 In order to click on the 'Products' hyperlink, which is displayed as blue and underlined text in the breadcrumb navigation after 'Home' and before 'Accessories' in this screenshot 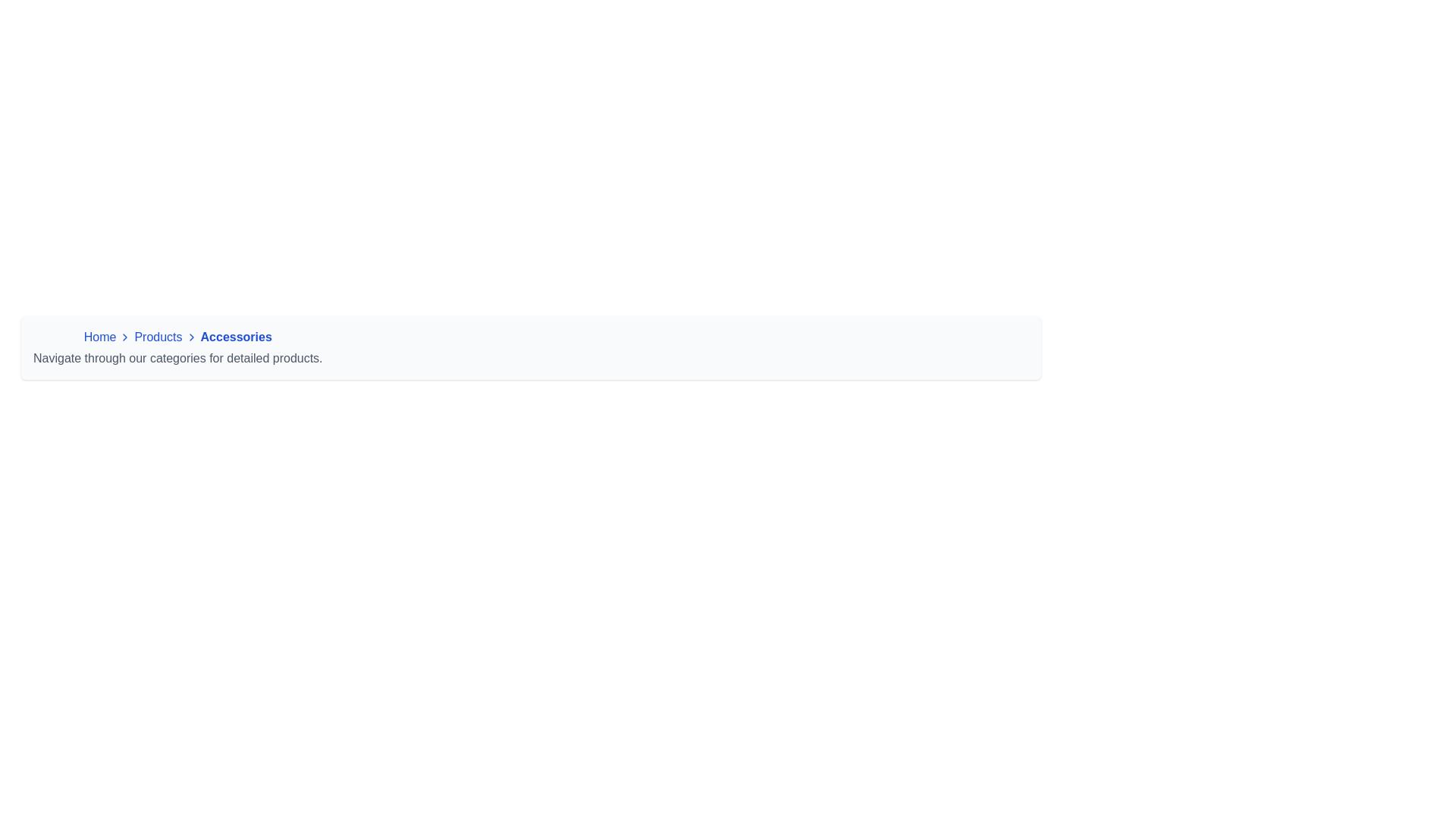, I will do `click(158, 336)`.